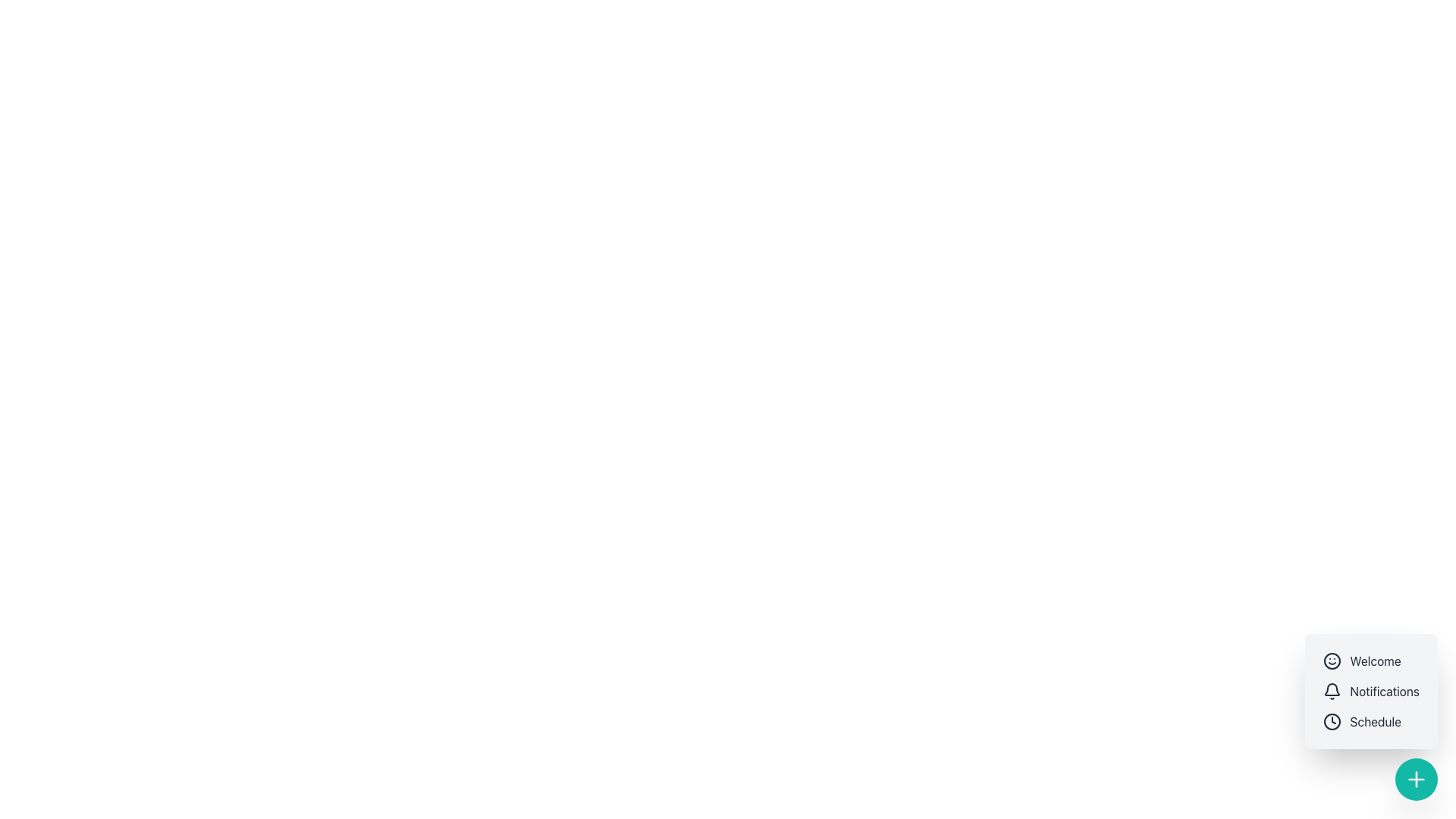  Describe the element at coordinates (1331, 689) in the screenshot. I see `the upper section of the bell-shaped notification icon in the Notifications menu, which is the second item following the Welcome icon` at that location.